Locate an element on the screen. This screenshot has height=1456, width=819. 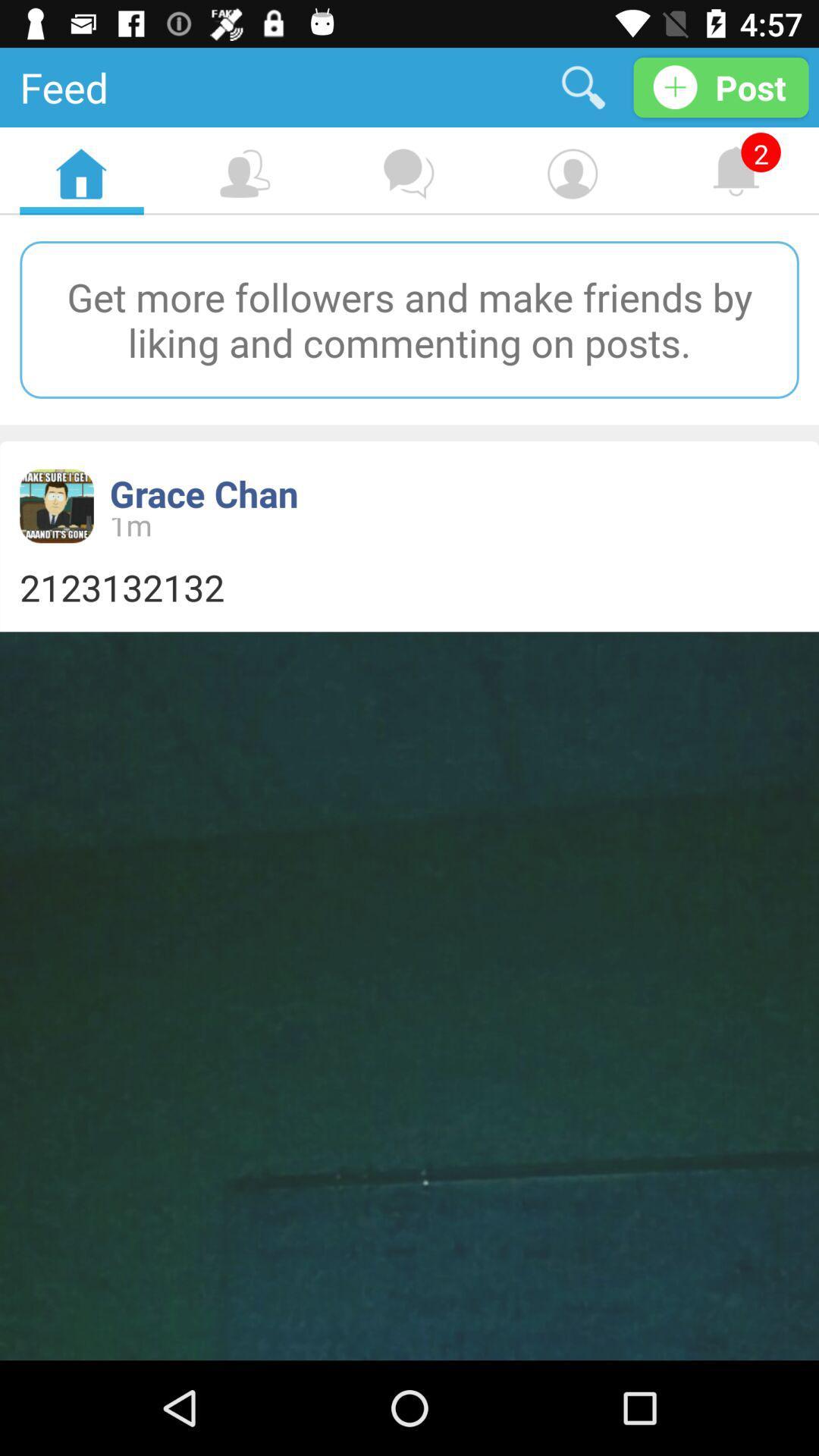
2123132132 item is located at coordinates (409, 586).